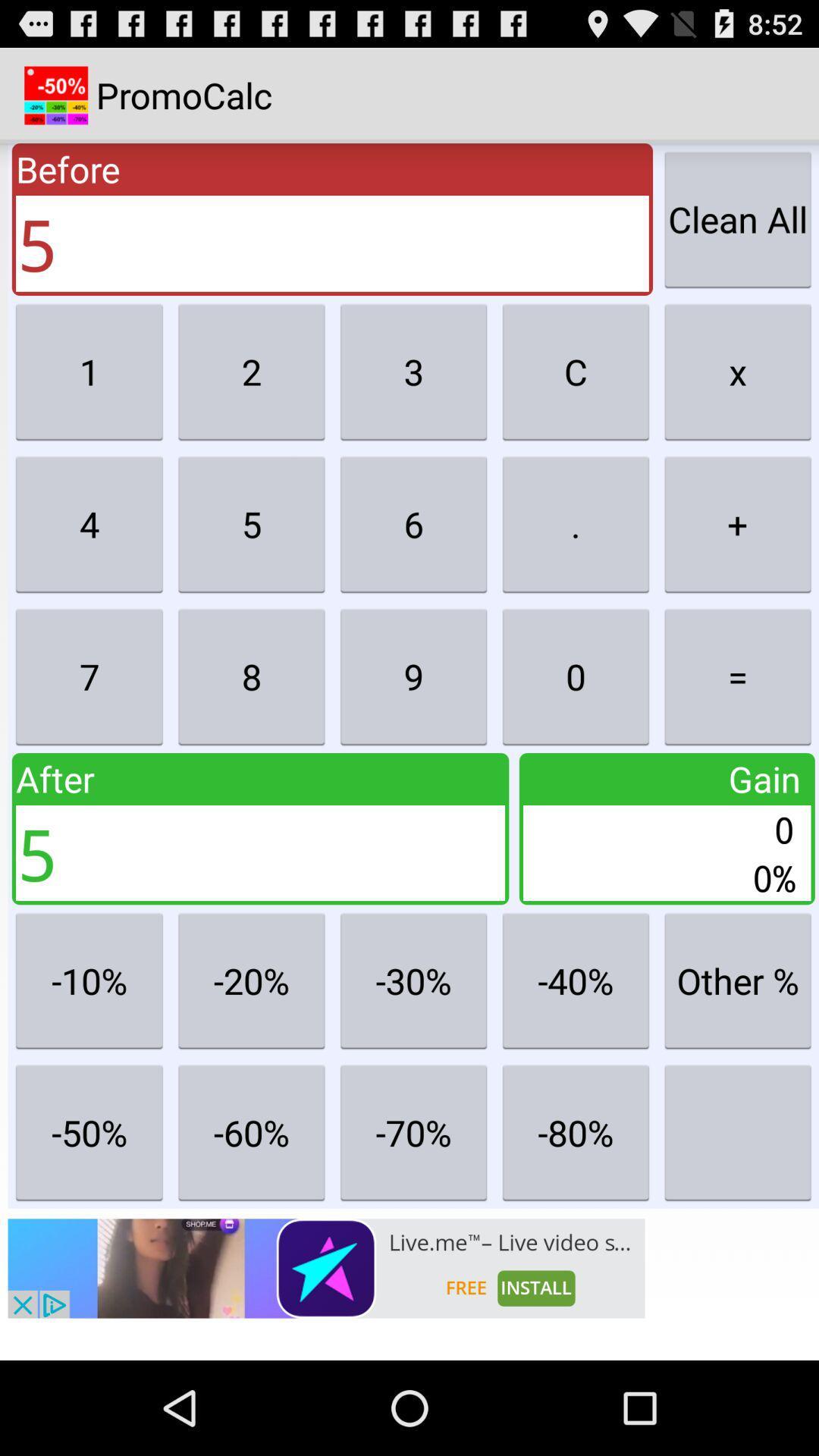 This screenshot has height=1456, width=819. I want to click on calculator, so click(737, 1132).